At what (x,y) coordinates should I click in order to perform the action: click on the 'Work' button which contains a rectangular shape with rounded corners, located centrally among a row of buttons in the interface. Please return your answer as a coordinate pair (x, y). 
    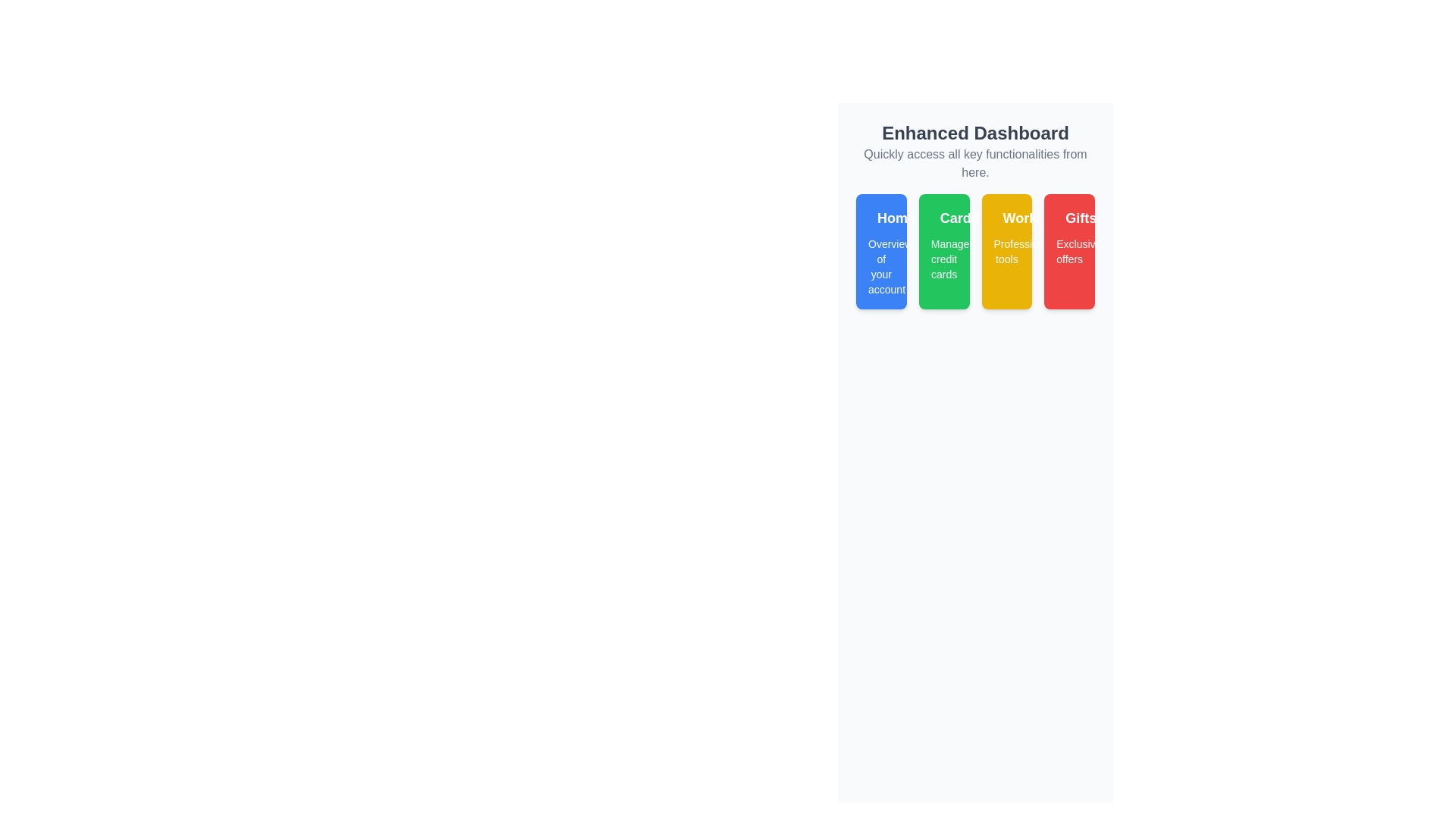
    Looking at the image, I should click on (1003, 216).